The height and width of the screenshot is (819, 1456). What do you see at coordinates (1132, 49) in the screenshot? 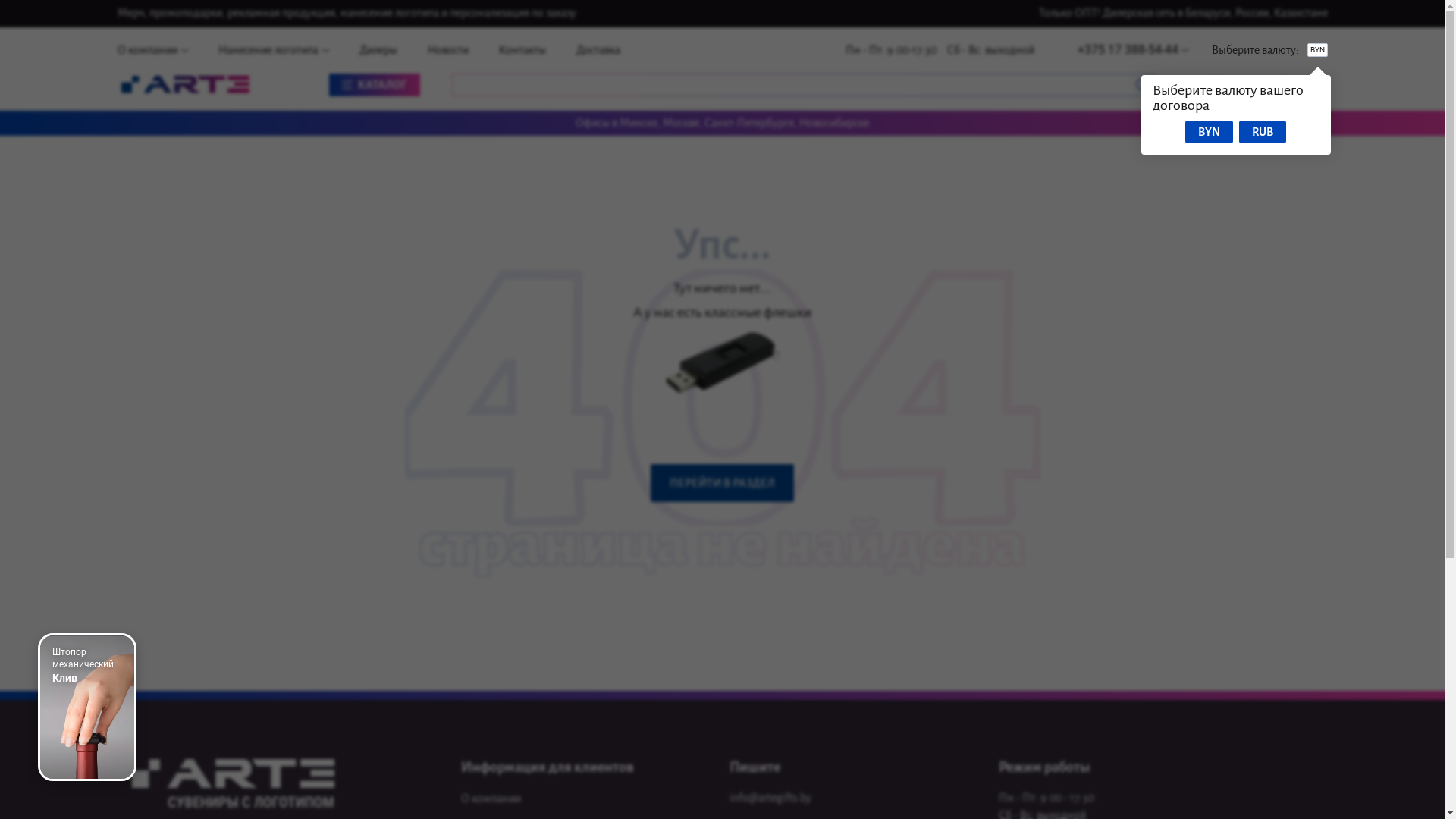
I see `'+375 17 388-54-44'` at bounding box center [1132, 49].